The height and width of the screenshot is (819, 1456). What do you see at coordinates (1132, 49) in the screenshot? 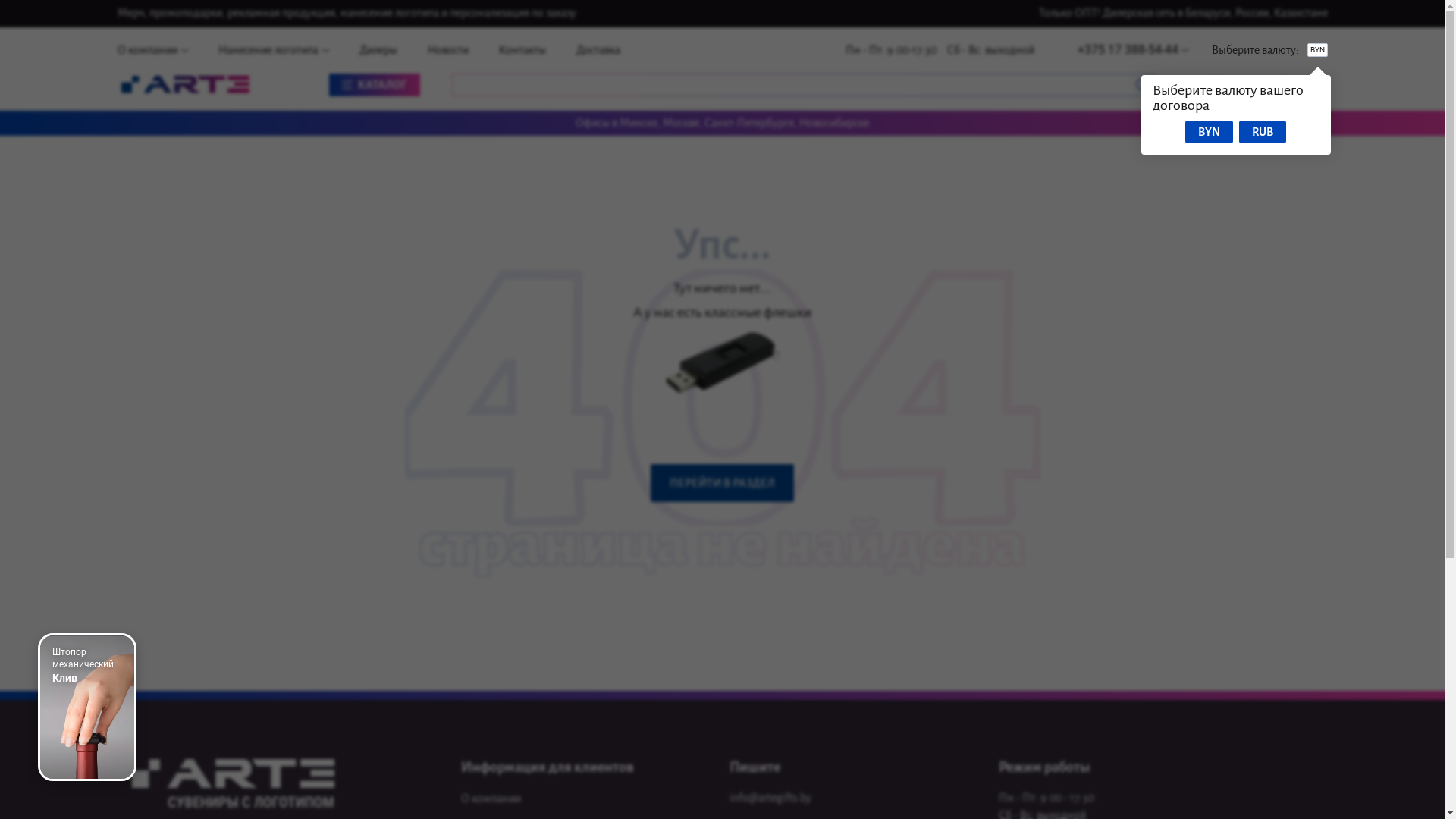
I see `'+375 17 388-54-44'` at bounding box center [1132, 49].